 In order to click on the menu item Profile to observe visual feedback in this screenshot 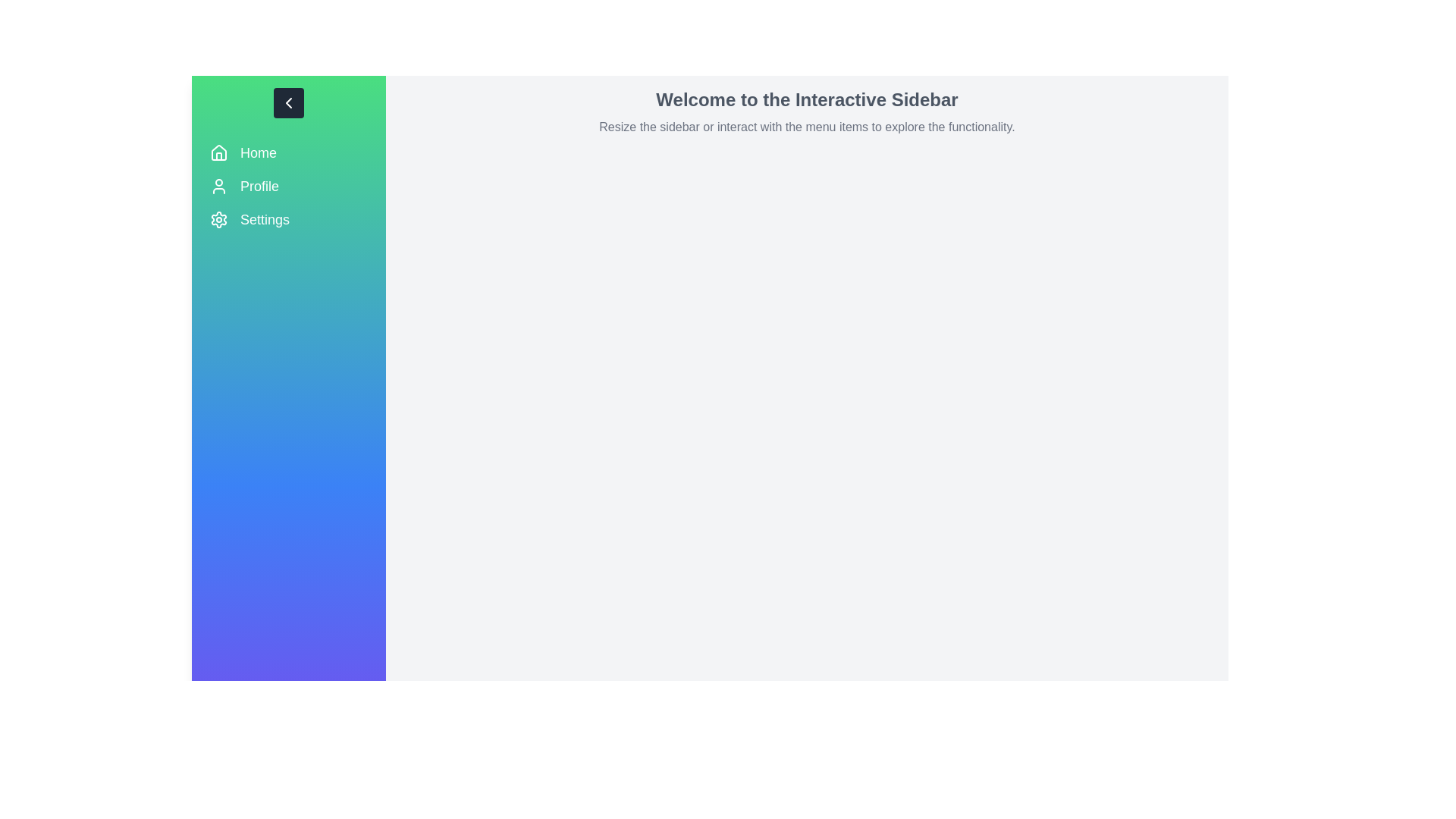, I will do `click(288, 186)`.